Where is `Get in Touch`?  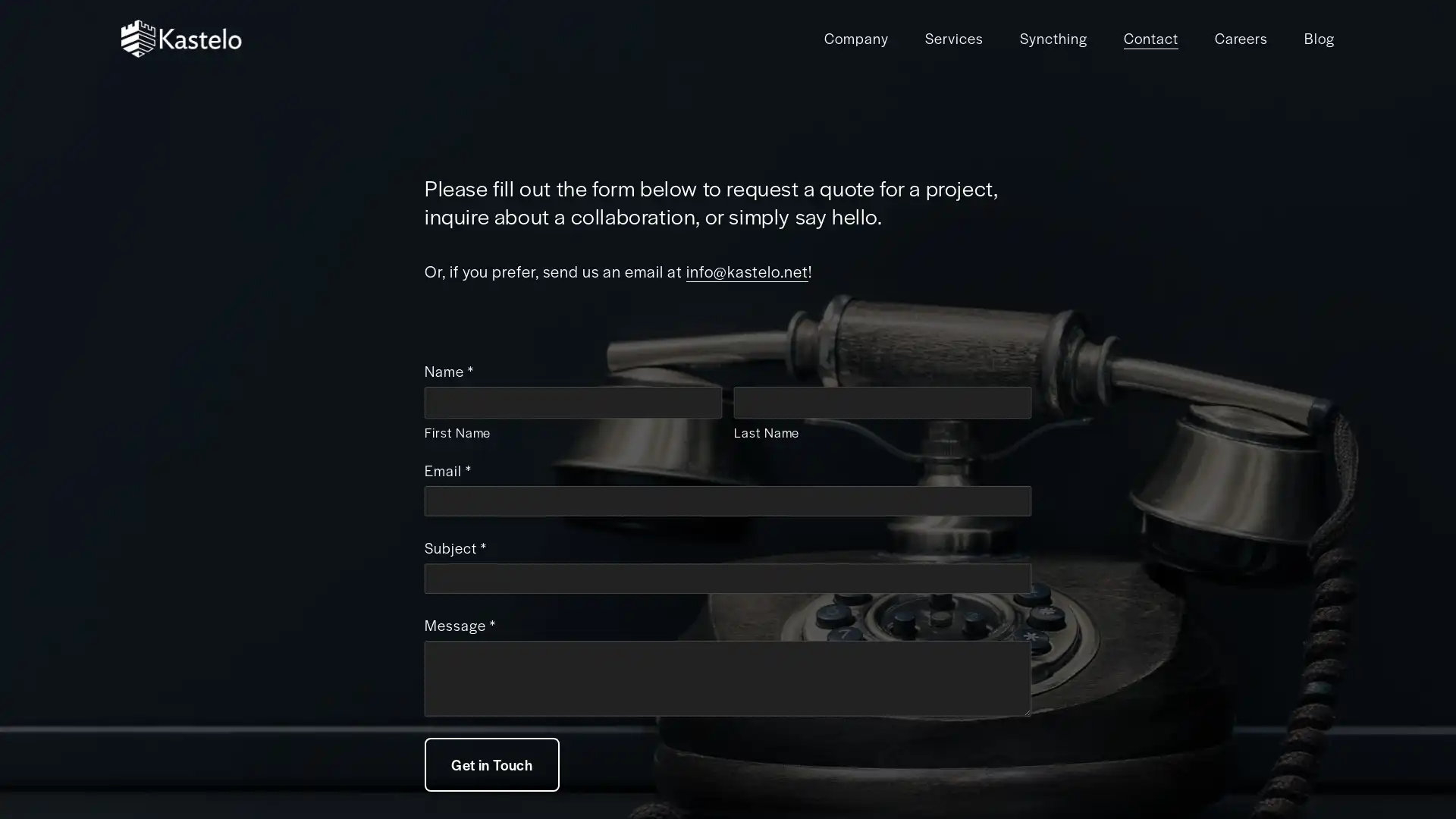 Get in Touch is located at coordinates (491, 782).